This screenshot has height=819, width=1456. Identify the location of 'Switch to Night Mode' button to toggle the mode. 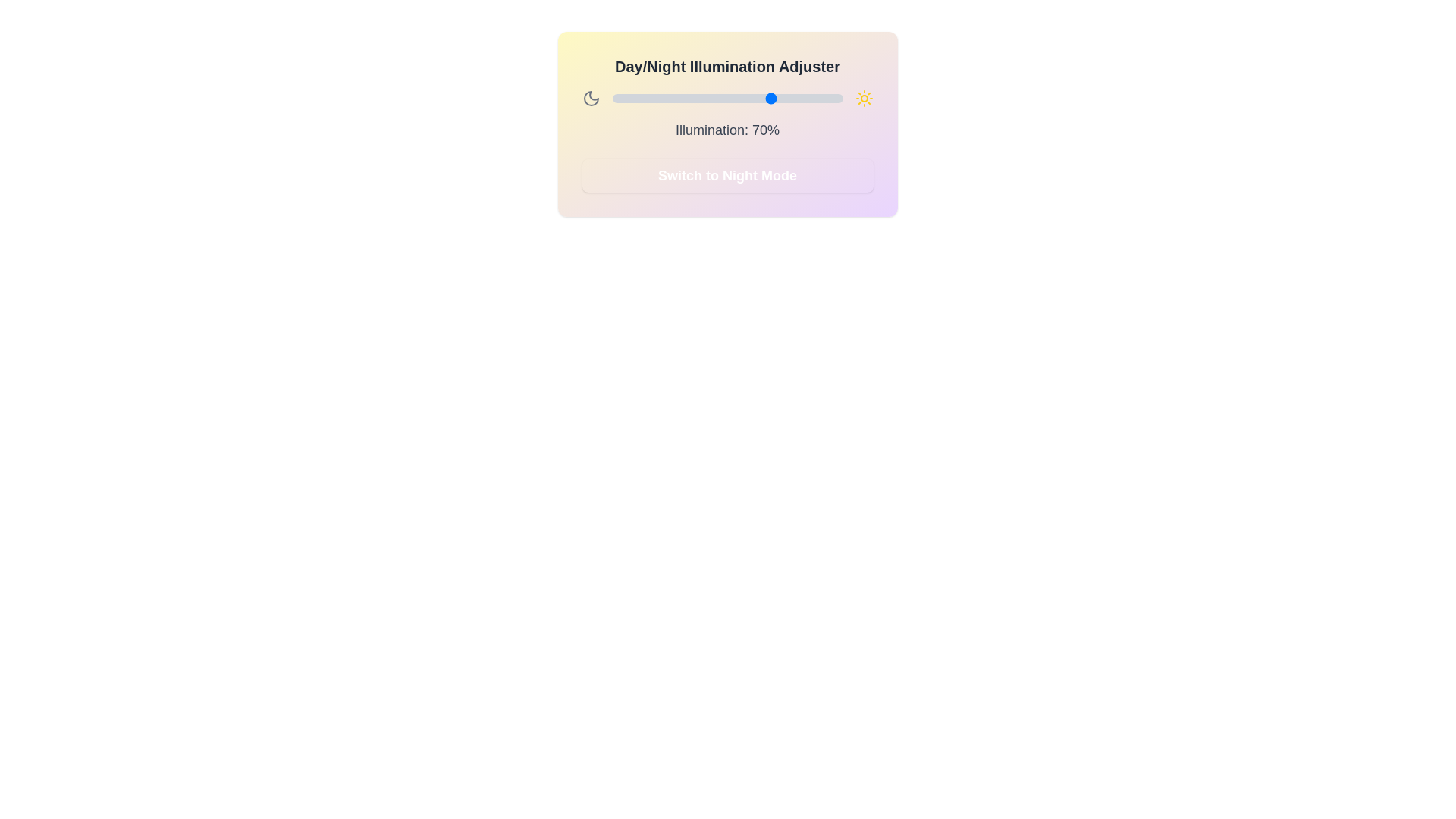
(726, 174).